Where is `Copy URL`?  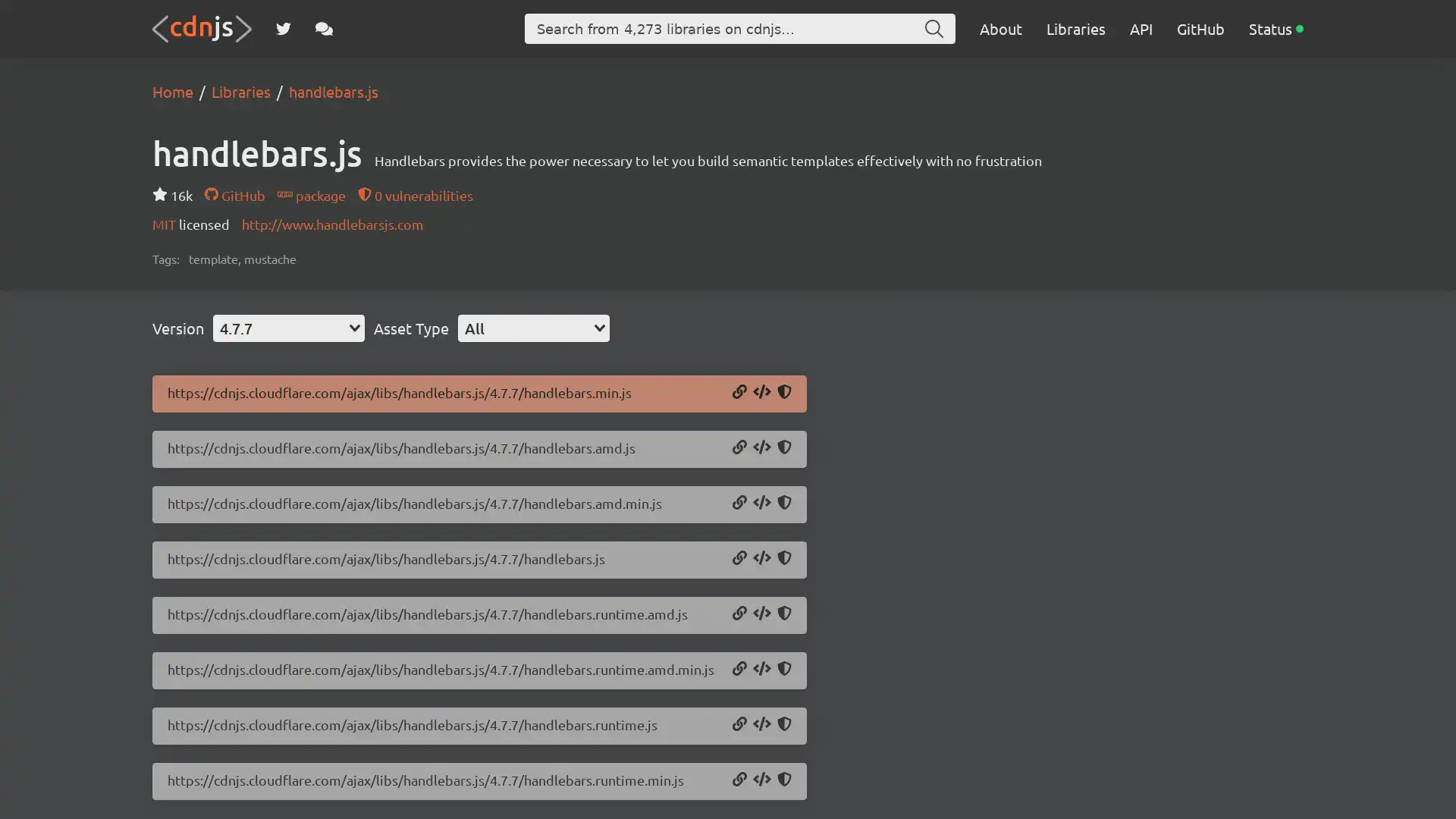 Copy URL is located at coordinates (739, 614).